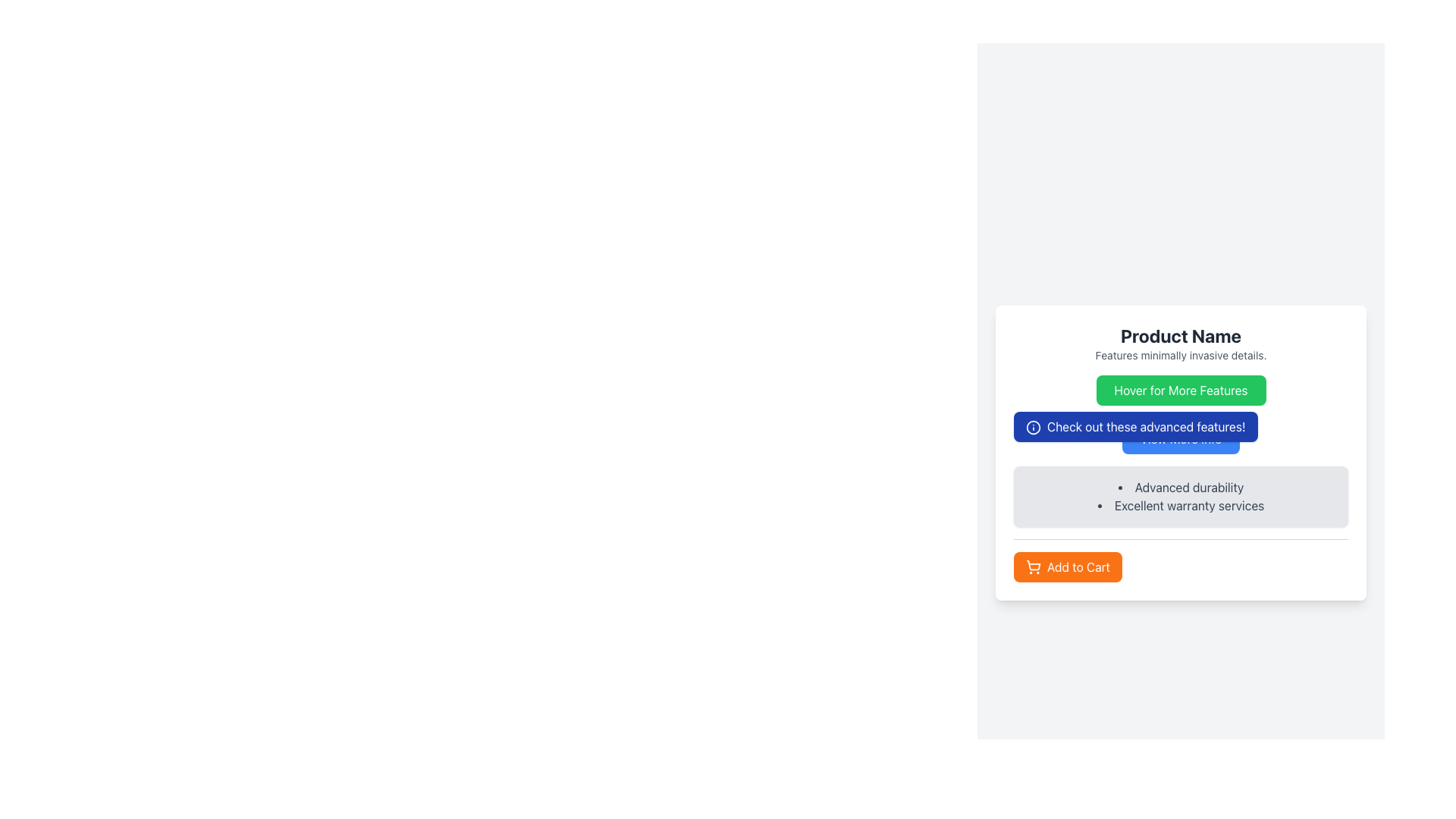 The width and height of the screenshot is (1456, 819). What do you see at coordinates (1033, 565) in the screenshot?
I see `the 'Add to Cart' button which contains the orange shopping cart icon as its third sub-component` at bounding box center [1033, 565].